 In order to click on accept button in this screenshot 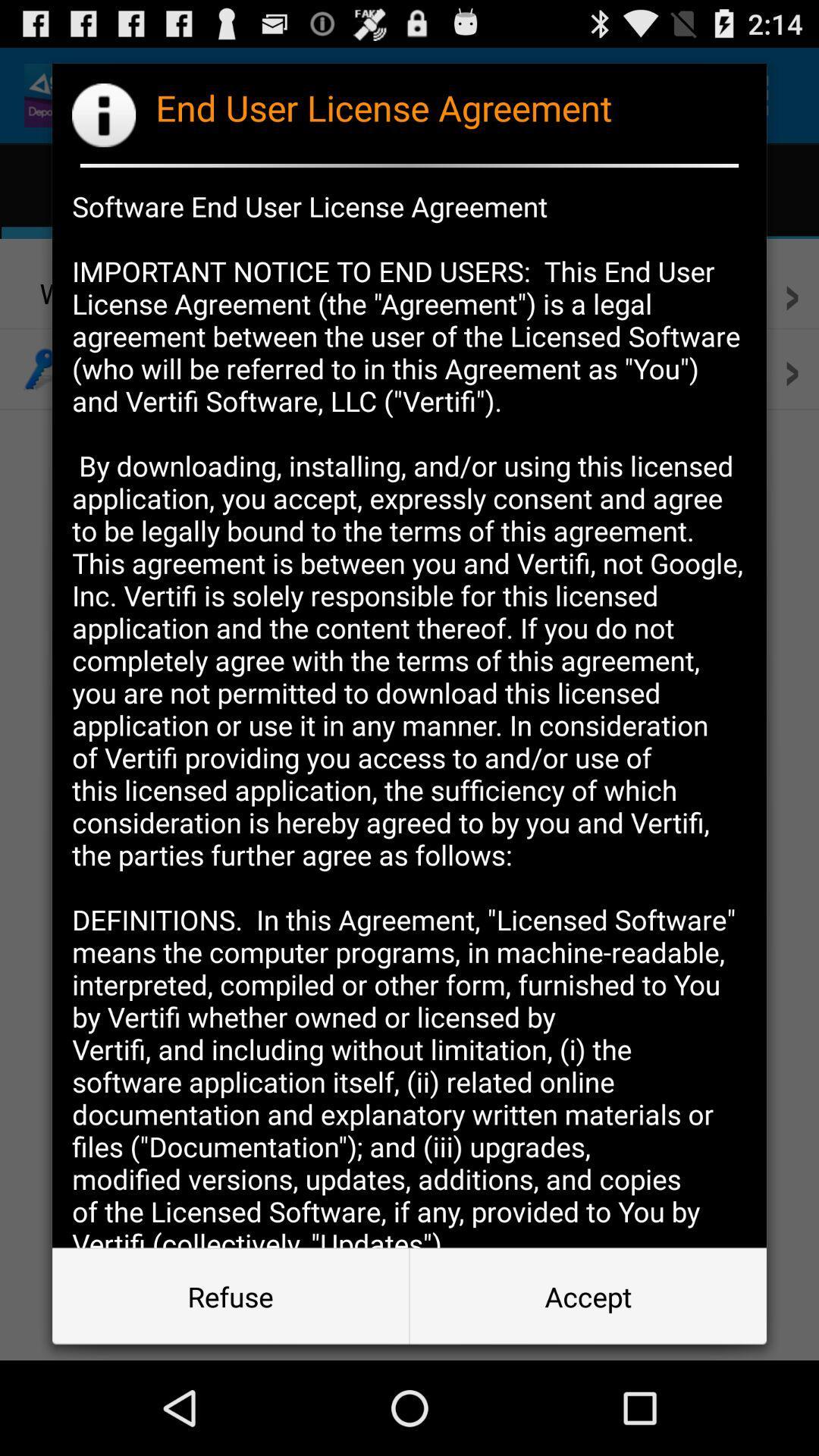, I will do `click(587, 1295)`.